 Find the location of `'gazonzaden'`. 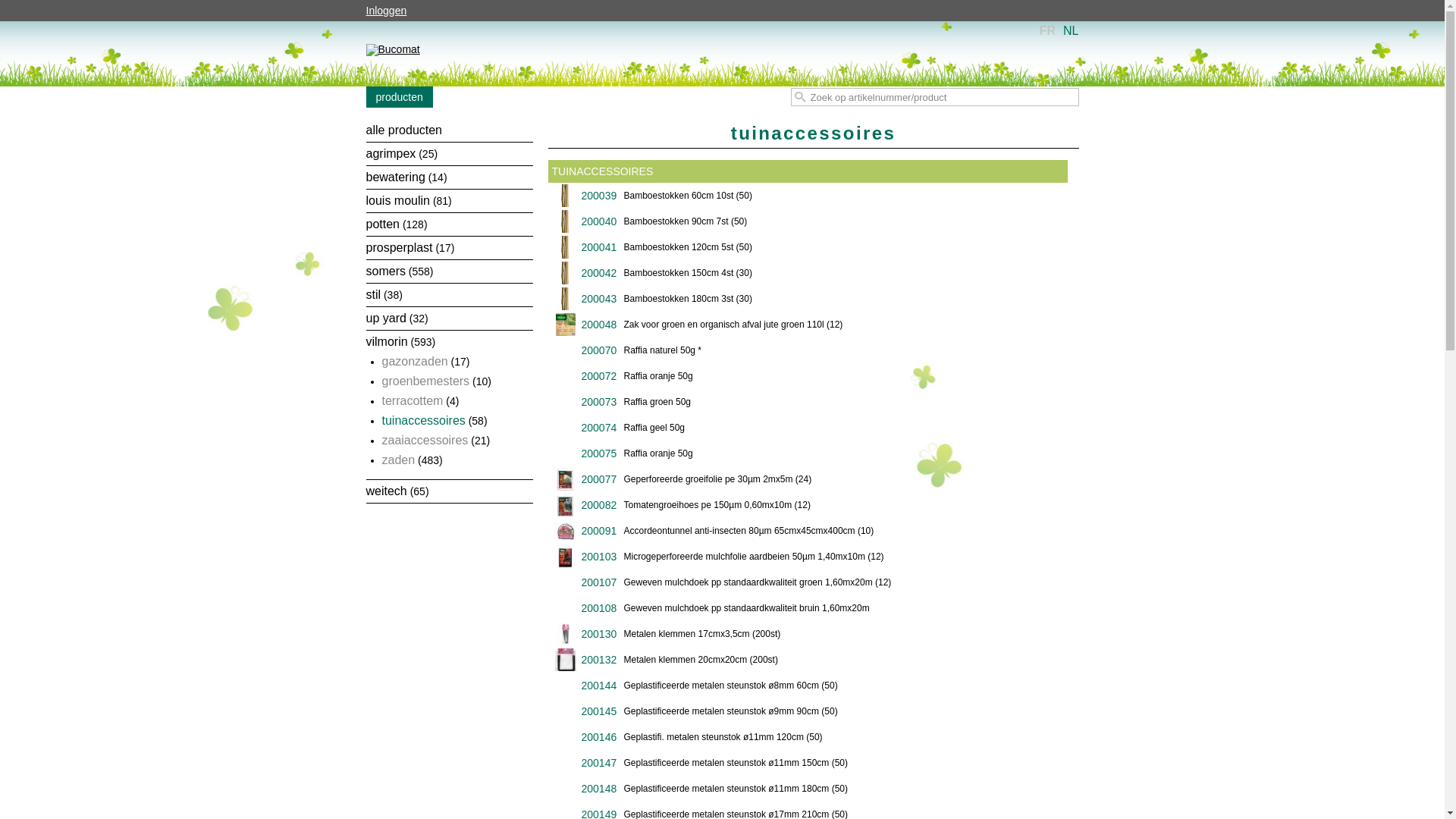

'gazonzaden' is located at coordinates (415, 361).